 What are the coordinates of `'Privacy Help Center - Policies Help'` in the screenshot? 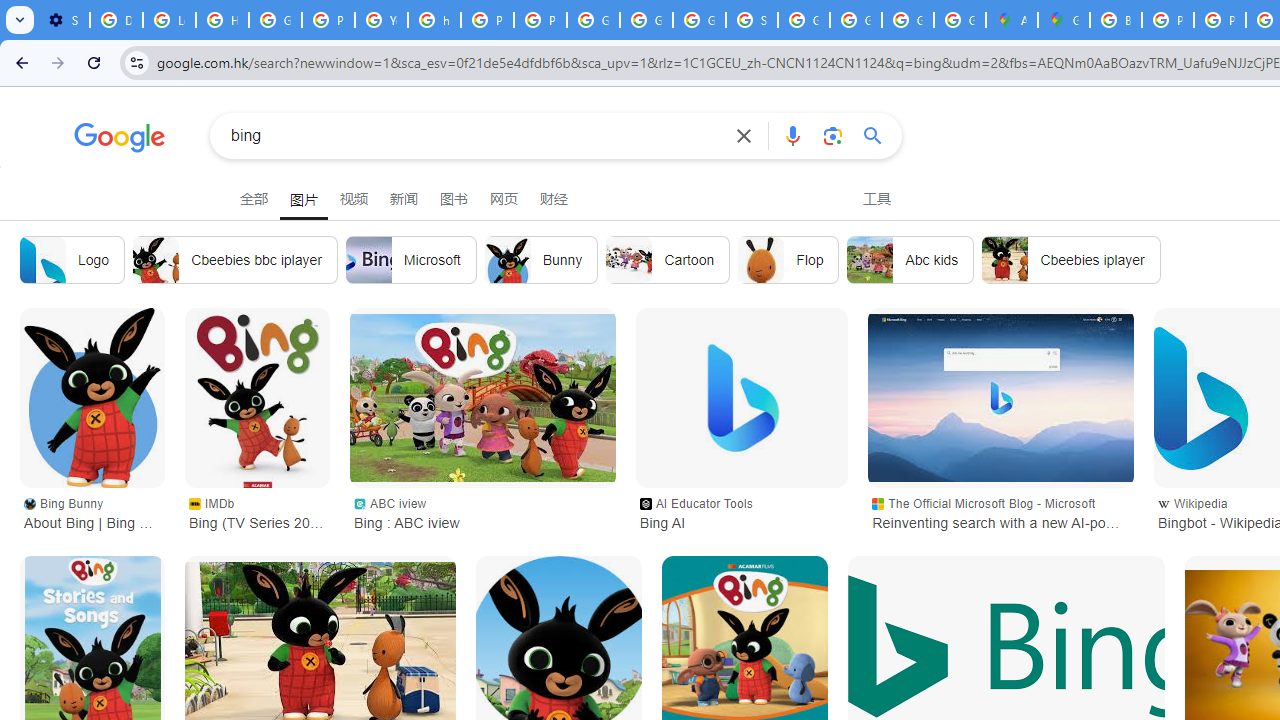 It's located at (1218, 20).